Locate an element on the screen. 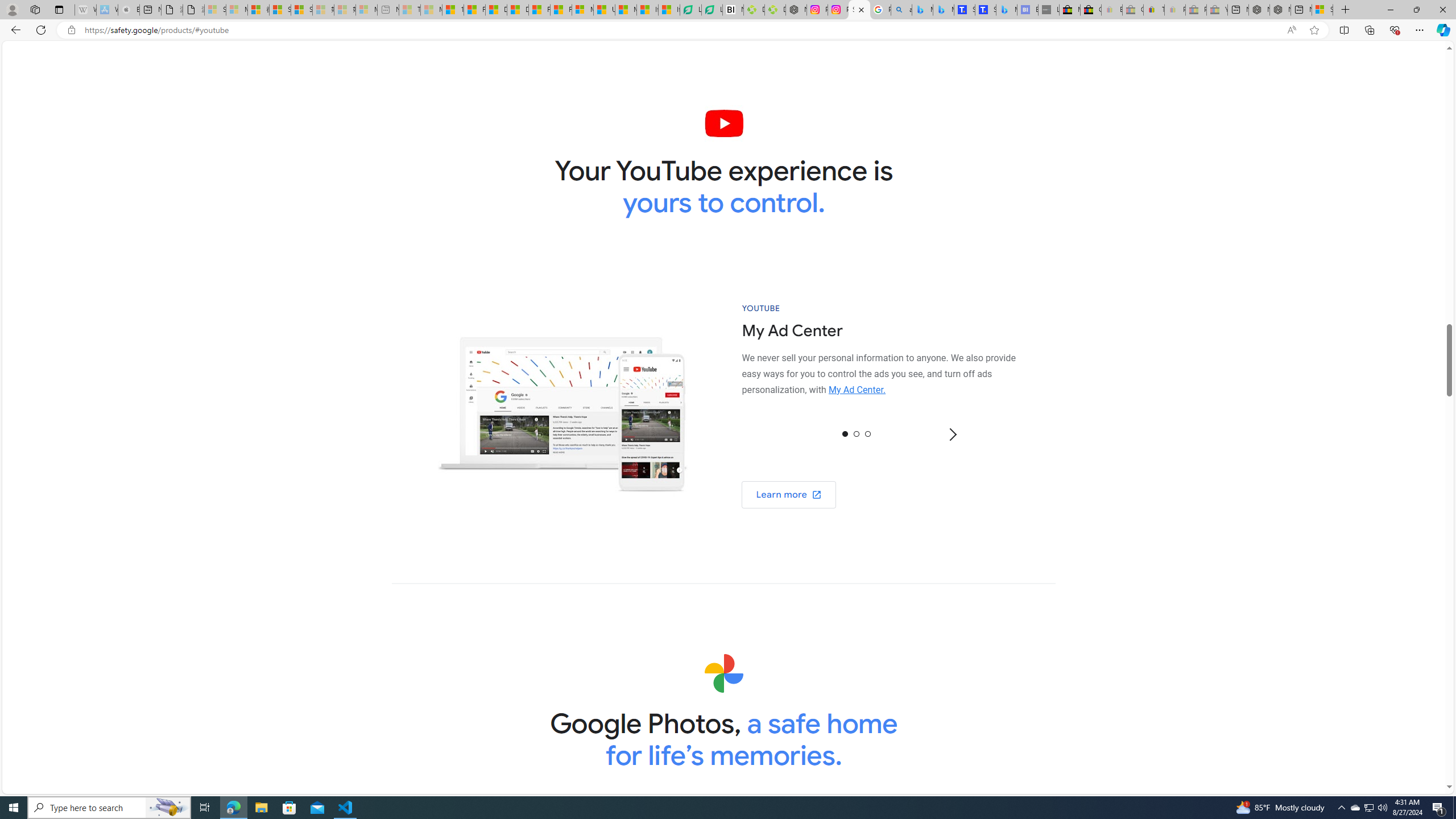  'Learn more about YouTube' is located at coordinates (788, 494).